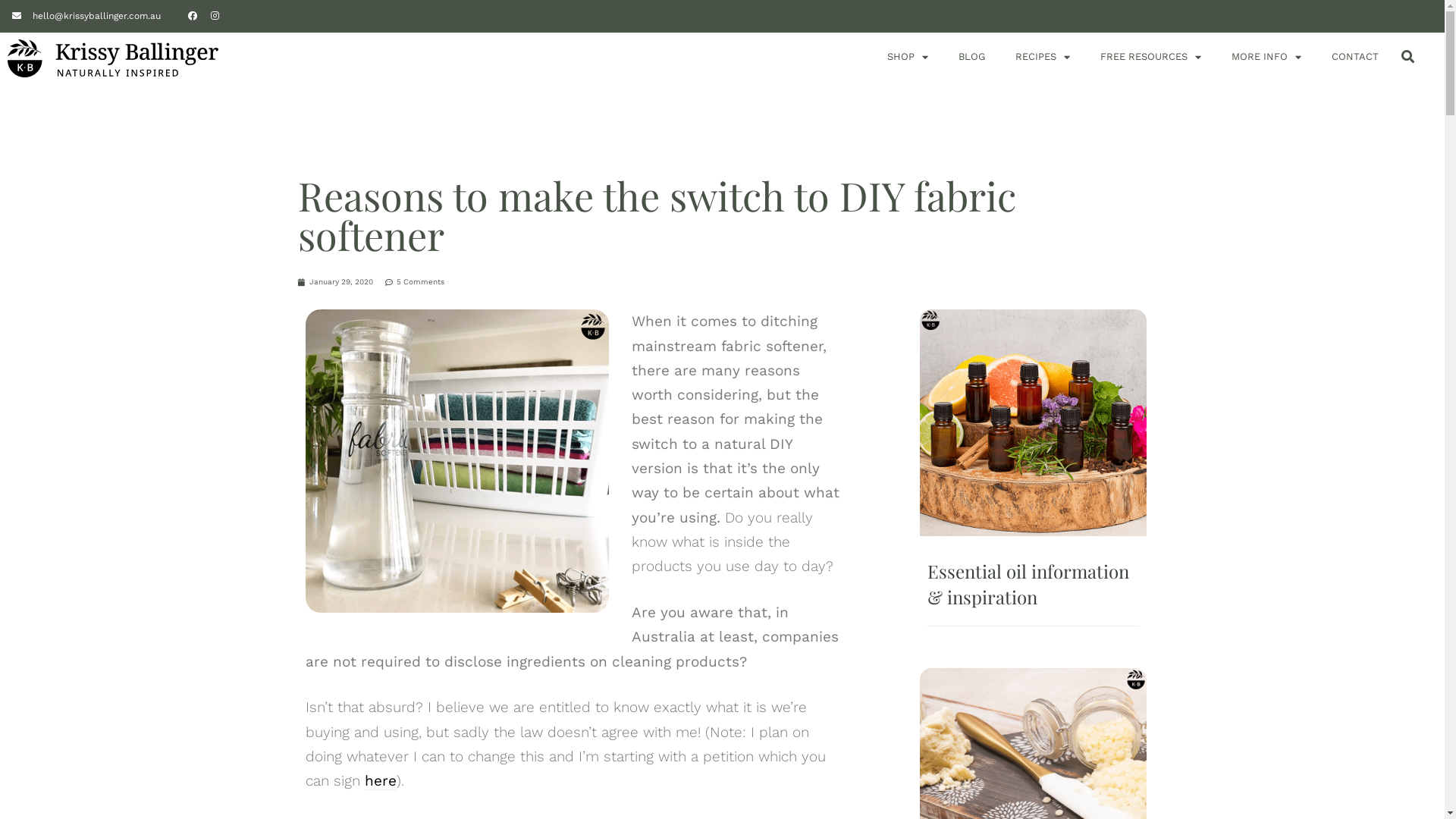 The height and width of the screenshot is (819, 1456). I want to click on 'Essential oil information & inspiration', so click(1028, 583).